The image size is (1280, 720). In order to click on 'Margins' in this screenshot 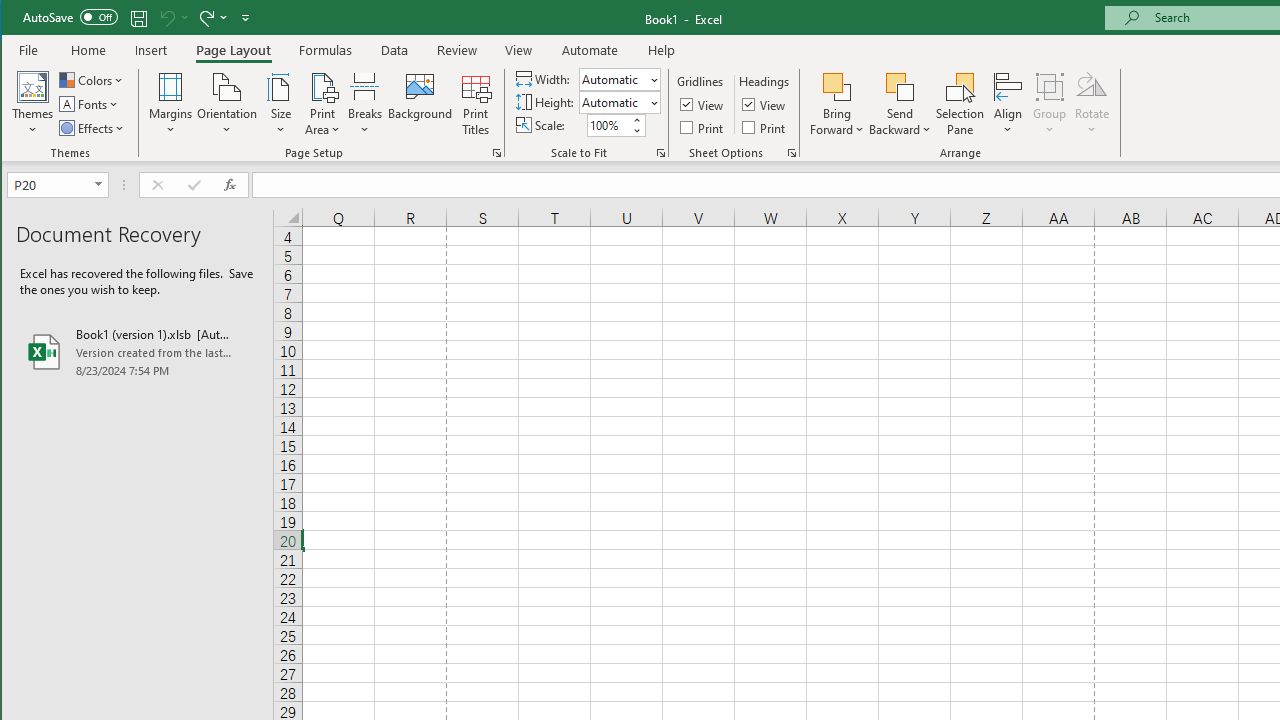, I will do `click(170, 104)`.